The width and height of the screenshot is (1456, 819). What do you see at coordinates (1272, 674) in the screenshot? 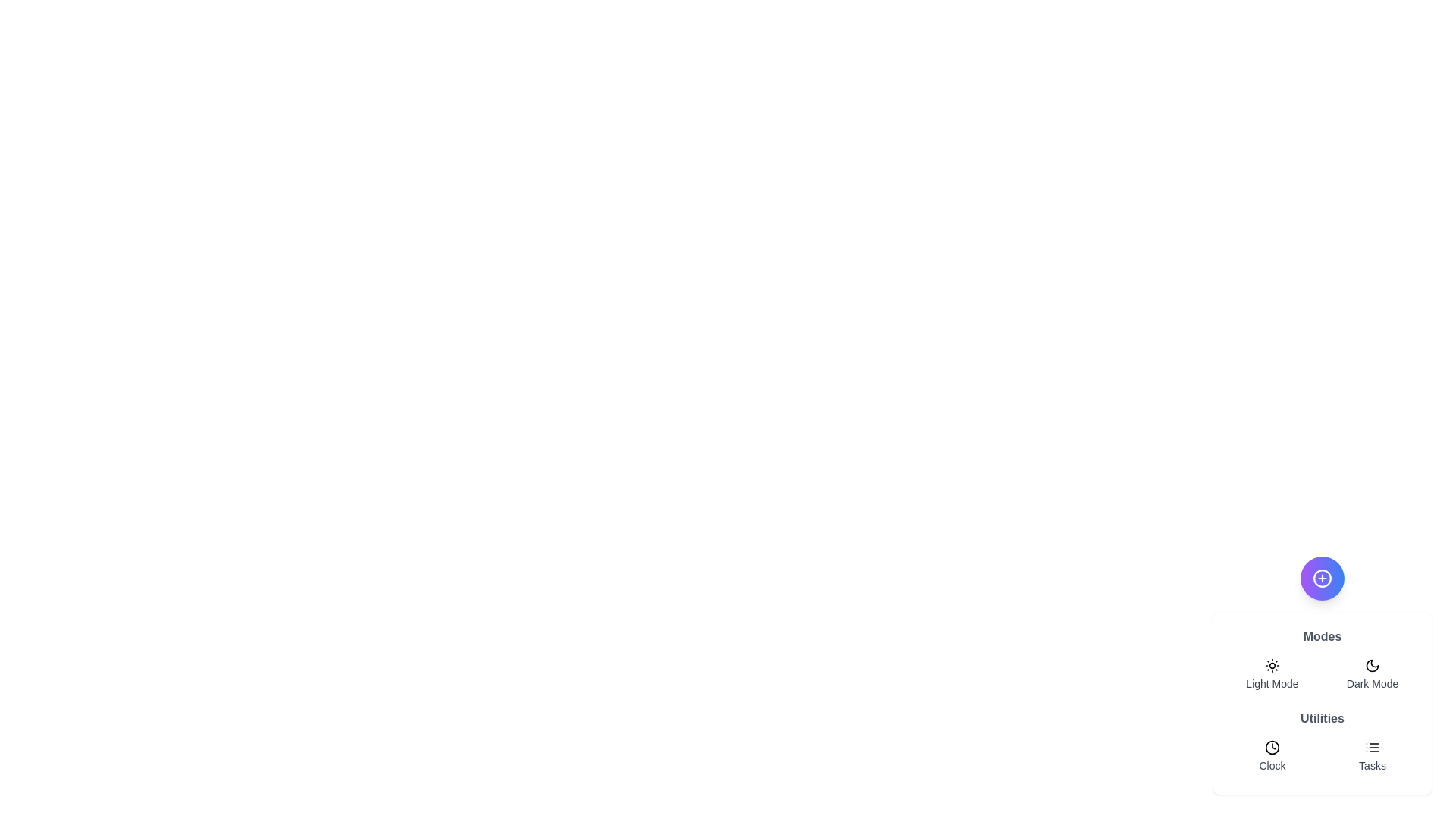
I see `the 'Light Mode' button to select it` at bounding box center [1272, 674].